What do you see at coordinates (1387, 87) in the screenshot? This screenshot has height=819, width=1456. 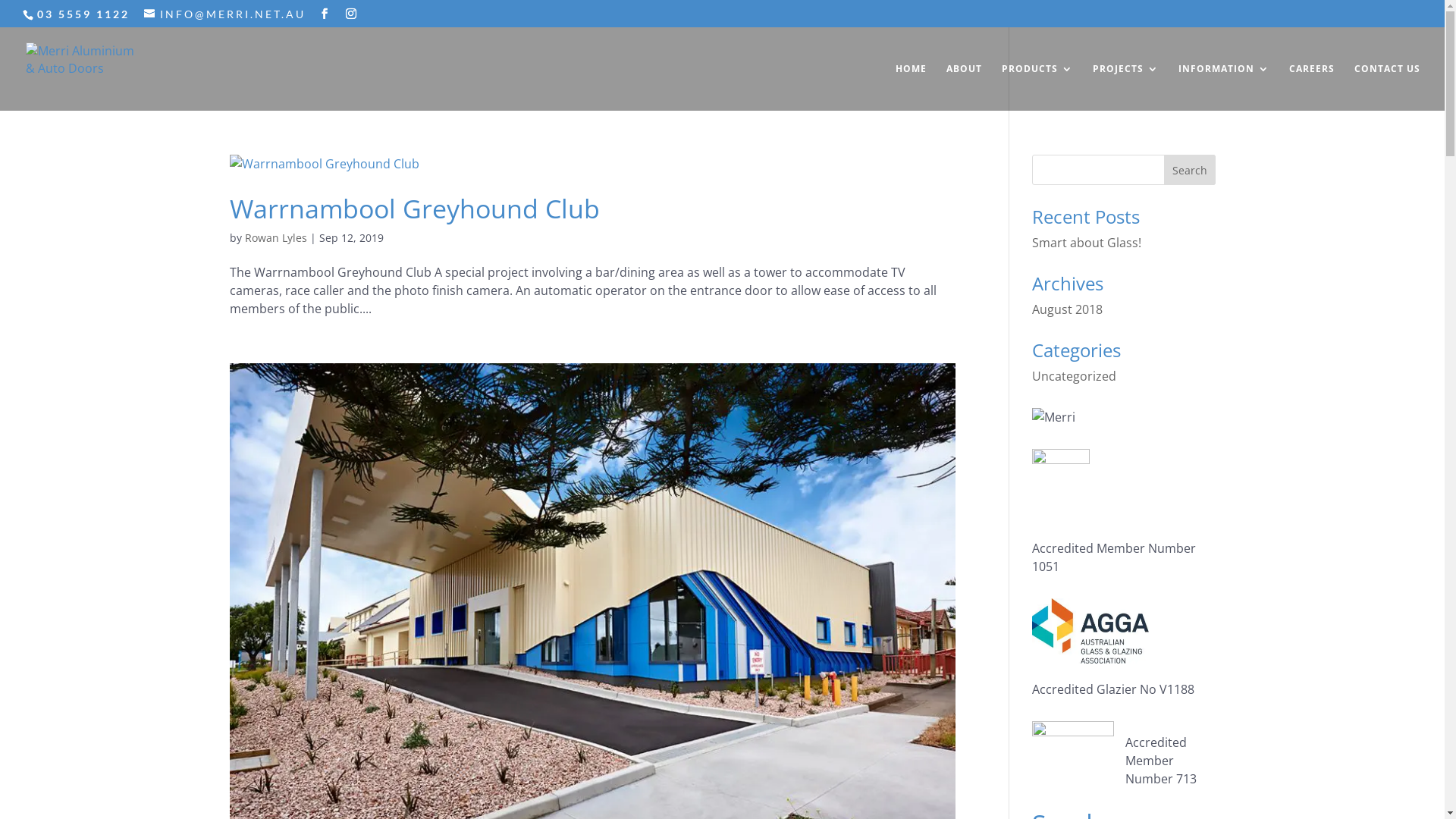 I see `'CONTACT US'` at bounding box center [1387, 87].